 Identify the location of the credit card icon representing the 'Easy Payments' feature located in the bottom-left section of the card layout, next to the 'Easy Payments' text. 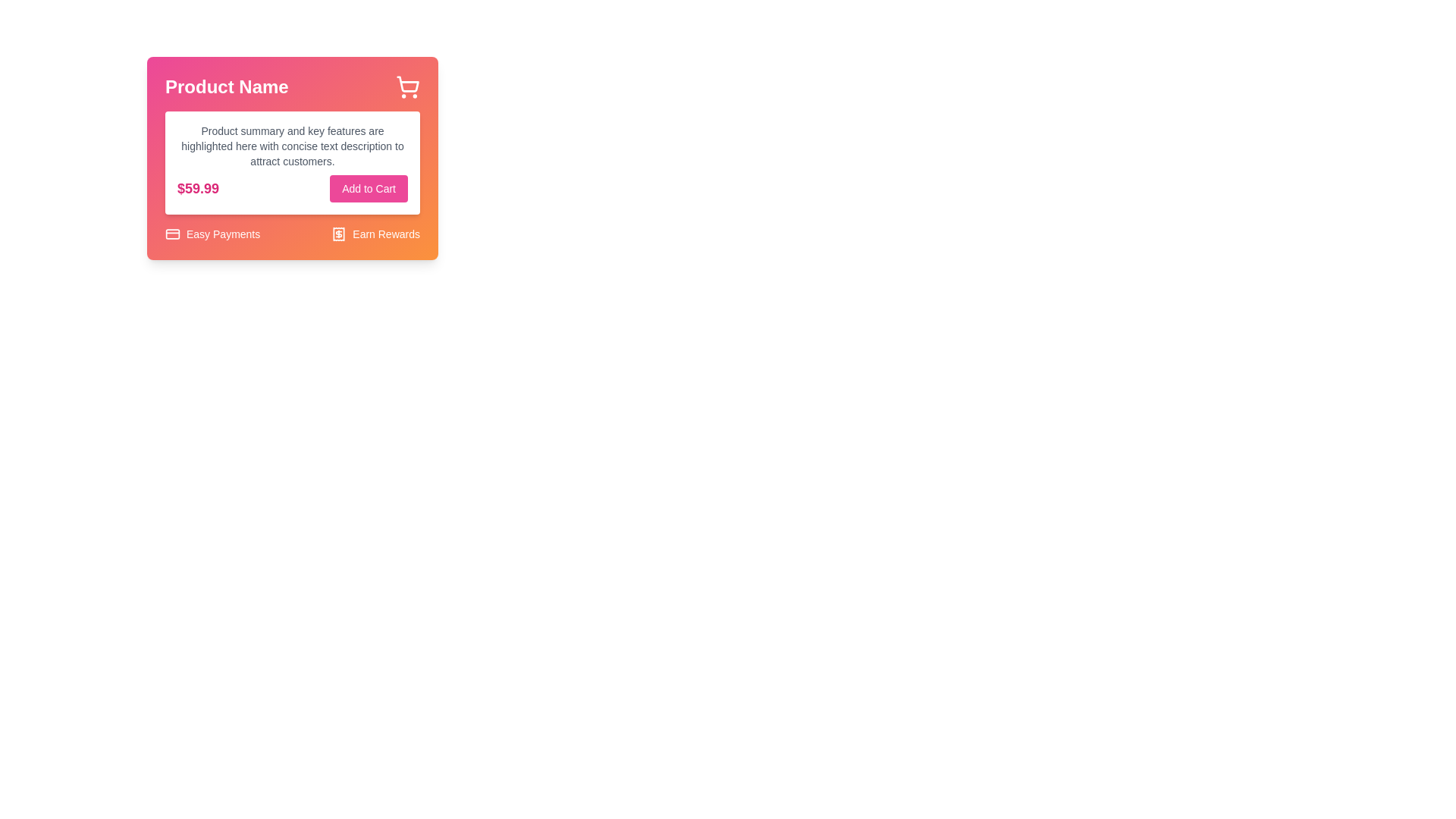
(172, 234).